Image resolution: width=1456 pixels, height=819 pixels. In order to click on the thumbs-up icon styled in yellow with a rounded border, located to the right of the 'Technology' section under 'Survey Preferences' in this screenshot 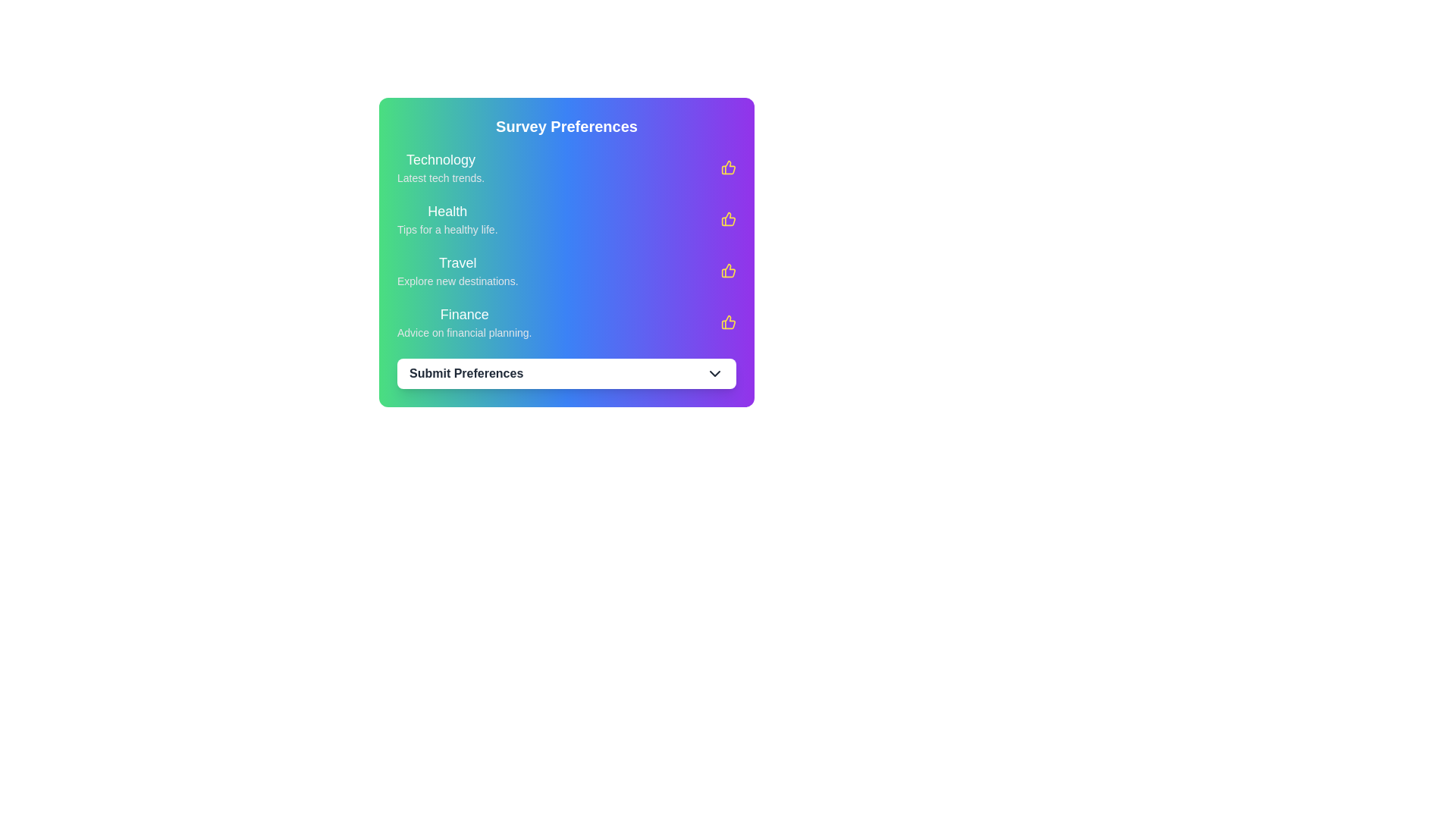, I will do `click(728, 167)`.